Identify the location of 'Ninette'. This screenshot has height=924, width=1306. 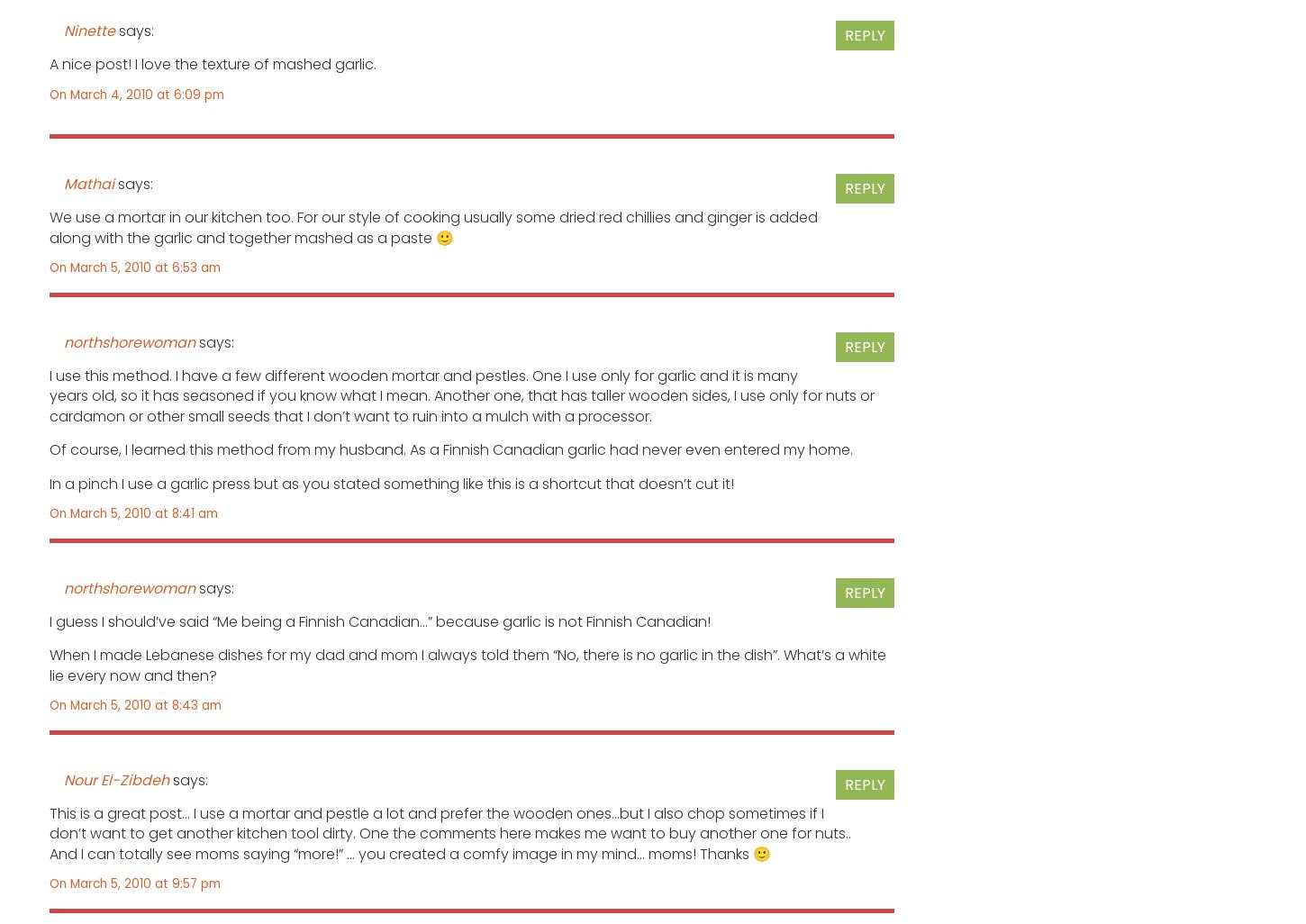
(89, 30).